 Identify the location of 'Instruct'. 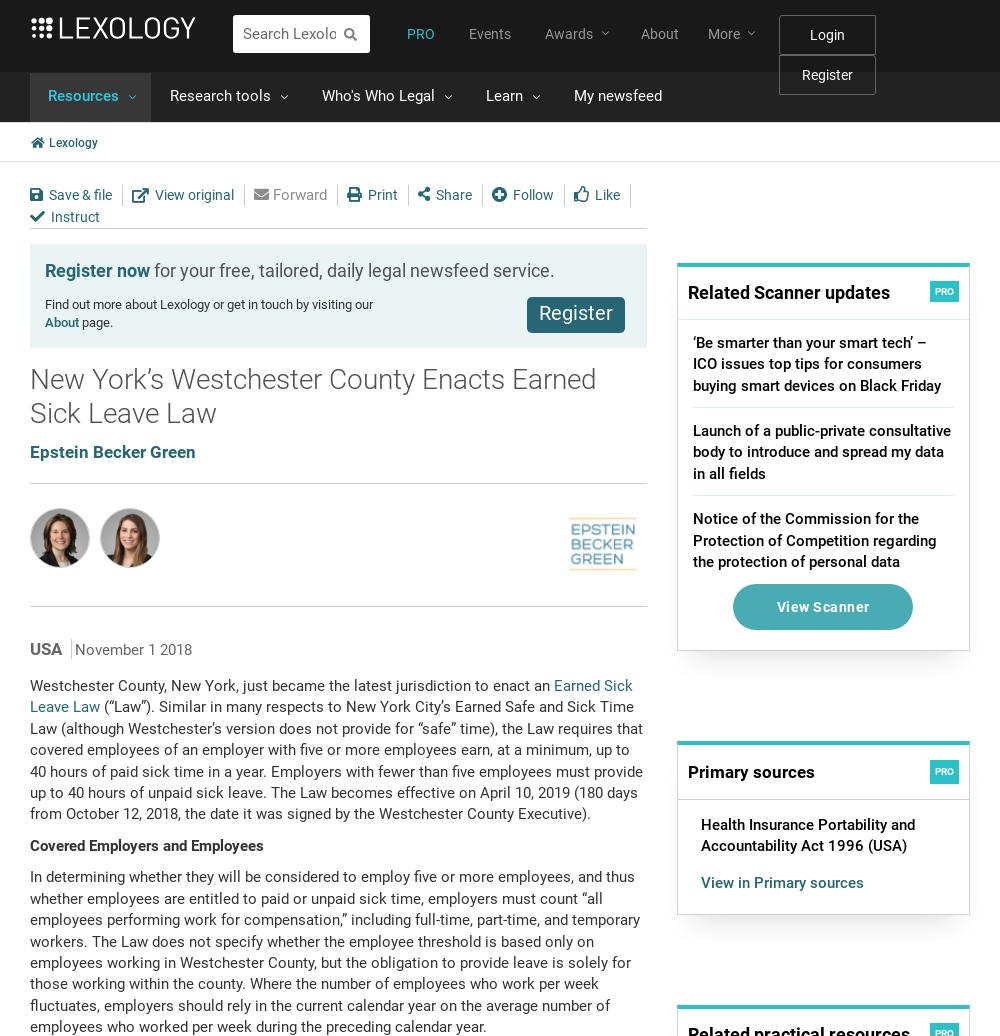
(73, 216).